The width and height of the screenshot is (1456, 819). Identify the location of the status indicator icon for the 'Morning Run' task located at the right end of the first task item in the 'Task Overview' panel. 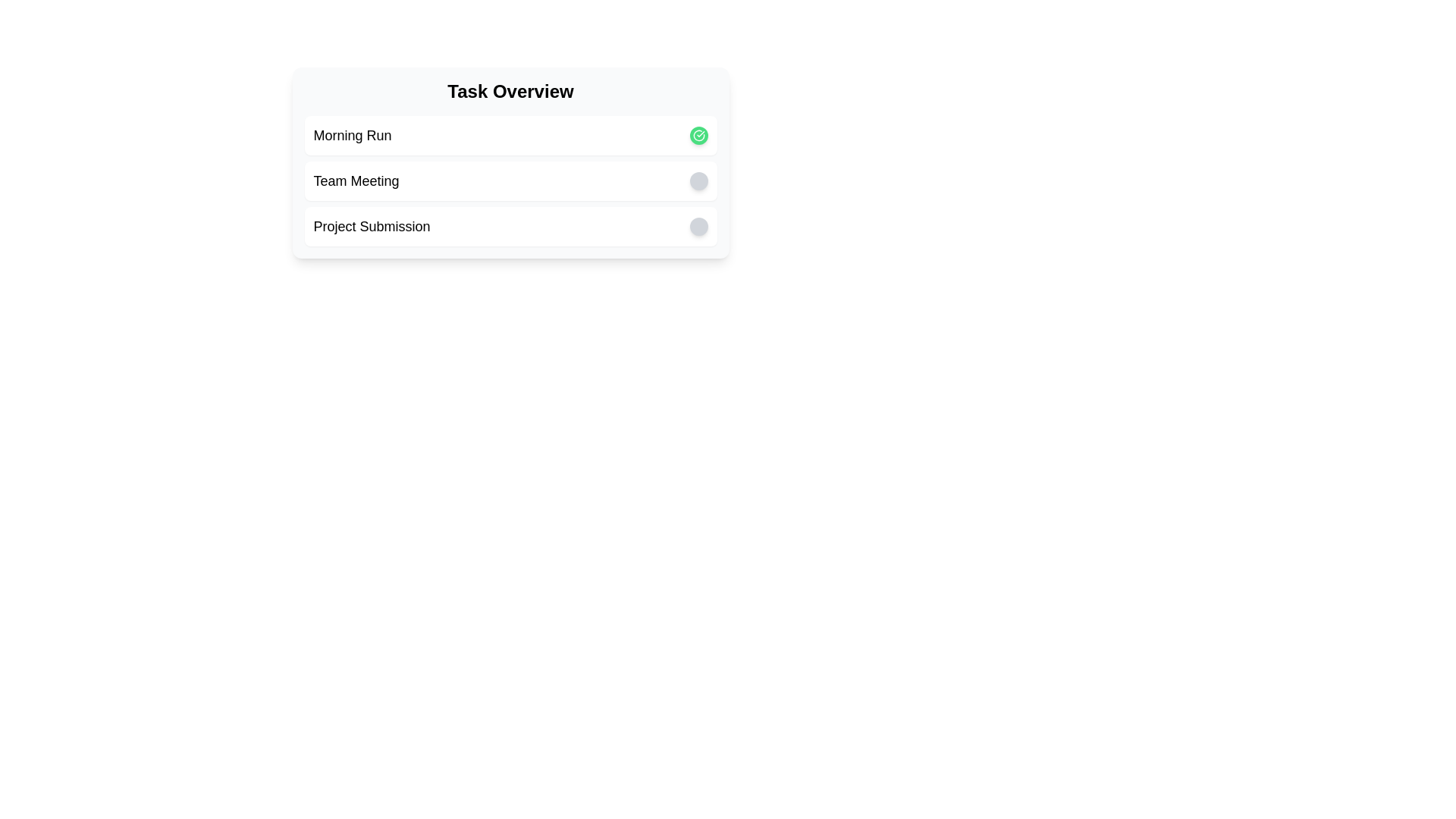
(698, 134).